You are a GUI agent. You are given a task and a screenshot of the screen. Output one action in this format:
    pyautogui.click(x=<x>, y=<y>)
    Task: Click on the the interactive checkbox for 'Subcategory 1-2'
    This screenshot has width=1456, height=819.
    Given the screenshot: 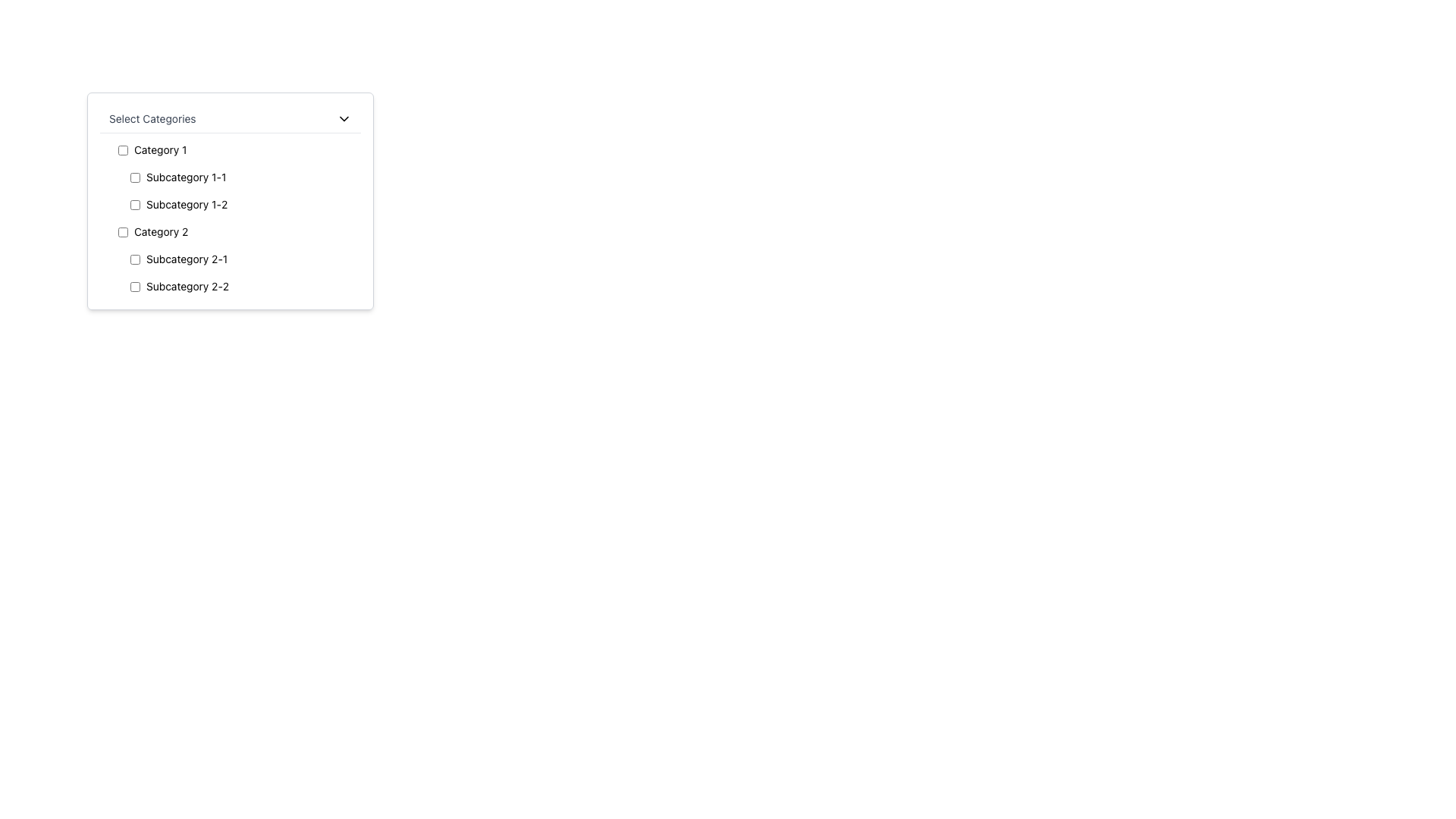 What is the action you would take?
    pyautogui.click(x=135, y=205)
    